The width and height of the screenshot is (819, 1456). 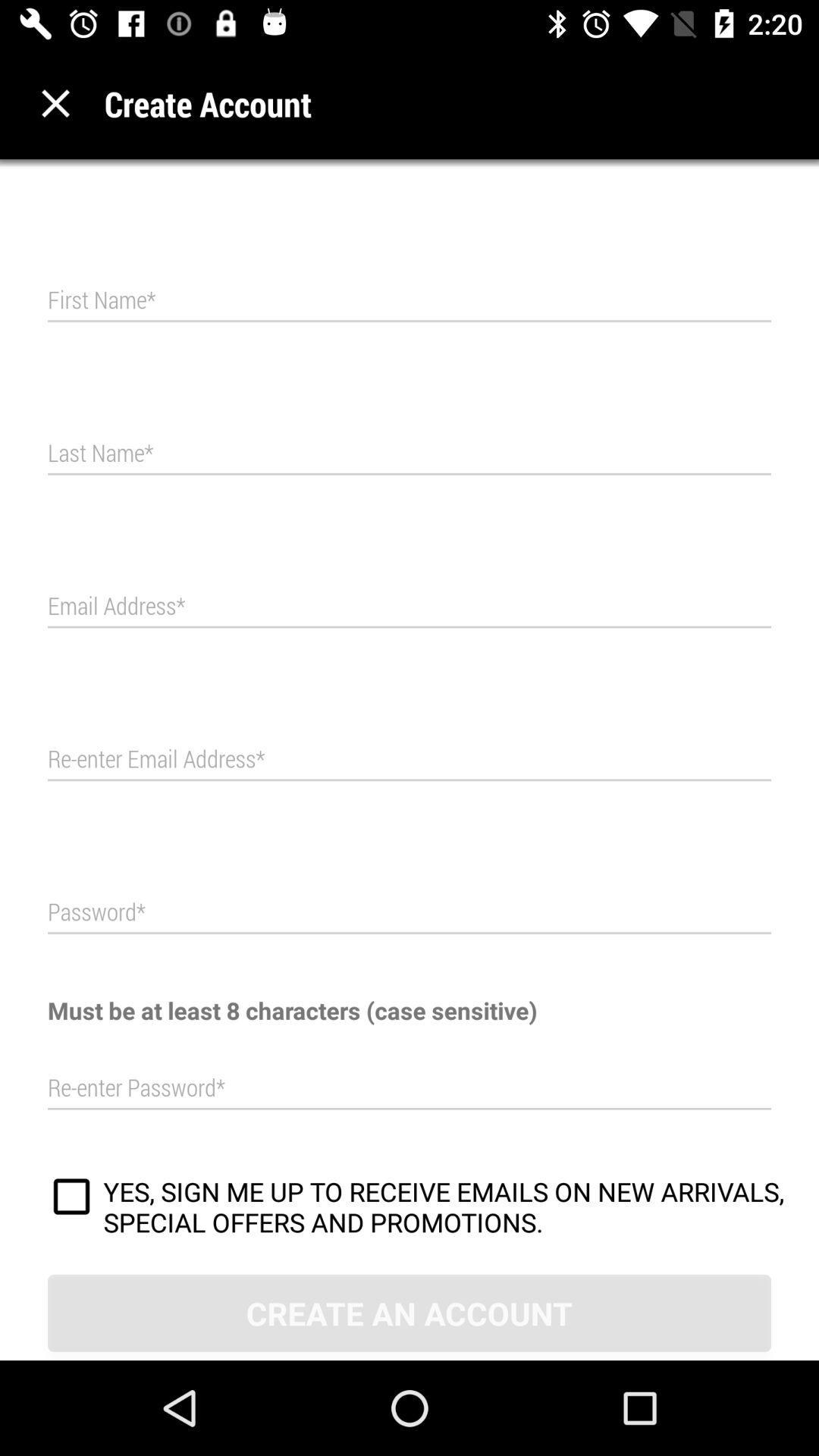 What do you see at coordinates (409, 1311) in the screenshot?
I see `create an account` at bounding box center [409, 1311].